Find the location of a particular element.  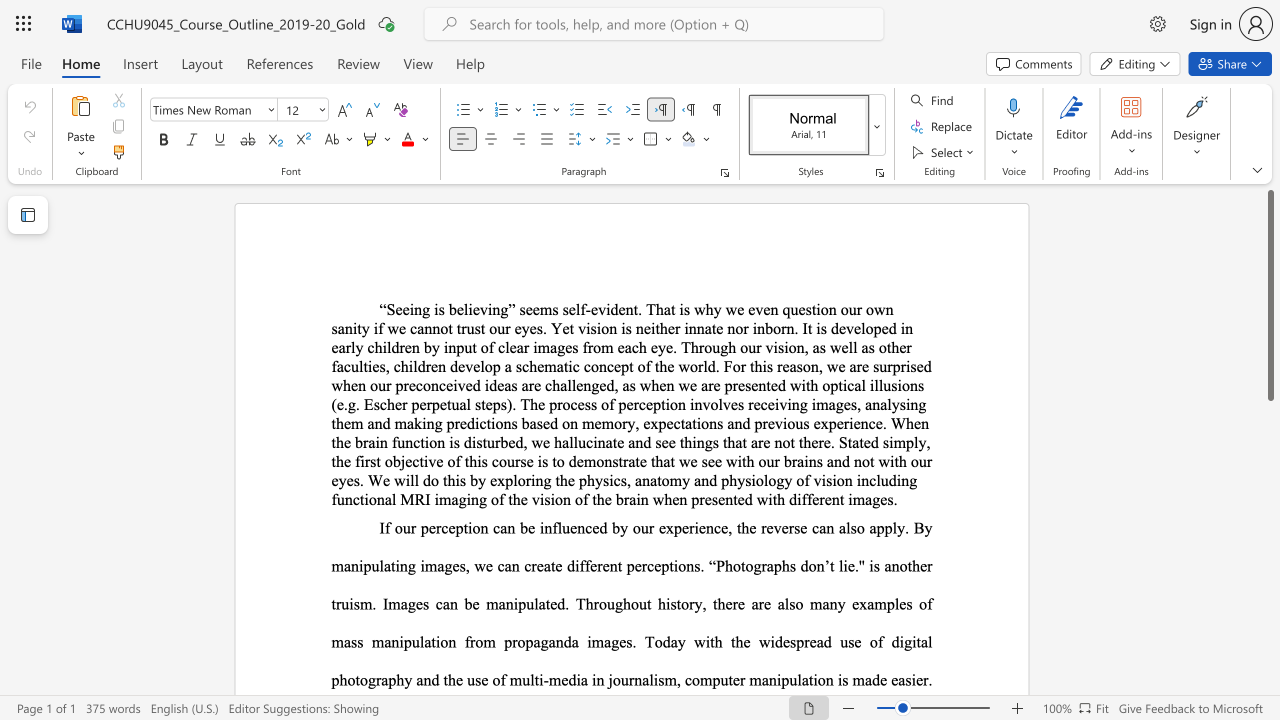

the scrollbar to move the content lower is located at coordinates (1269, 630).